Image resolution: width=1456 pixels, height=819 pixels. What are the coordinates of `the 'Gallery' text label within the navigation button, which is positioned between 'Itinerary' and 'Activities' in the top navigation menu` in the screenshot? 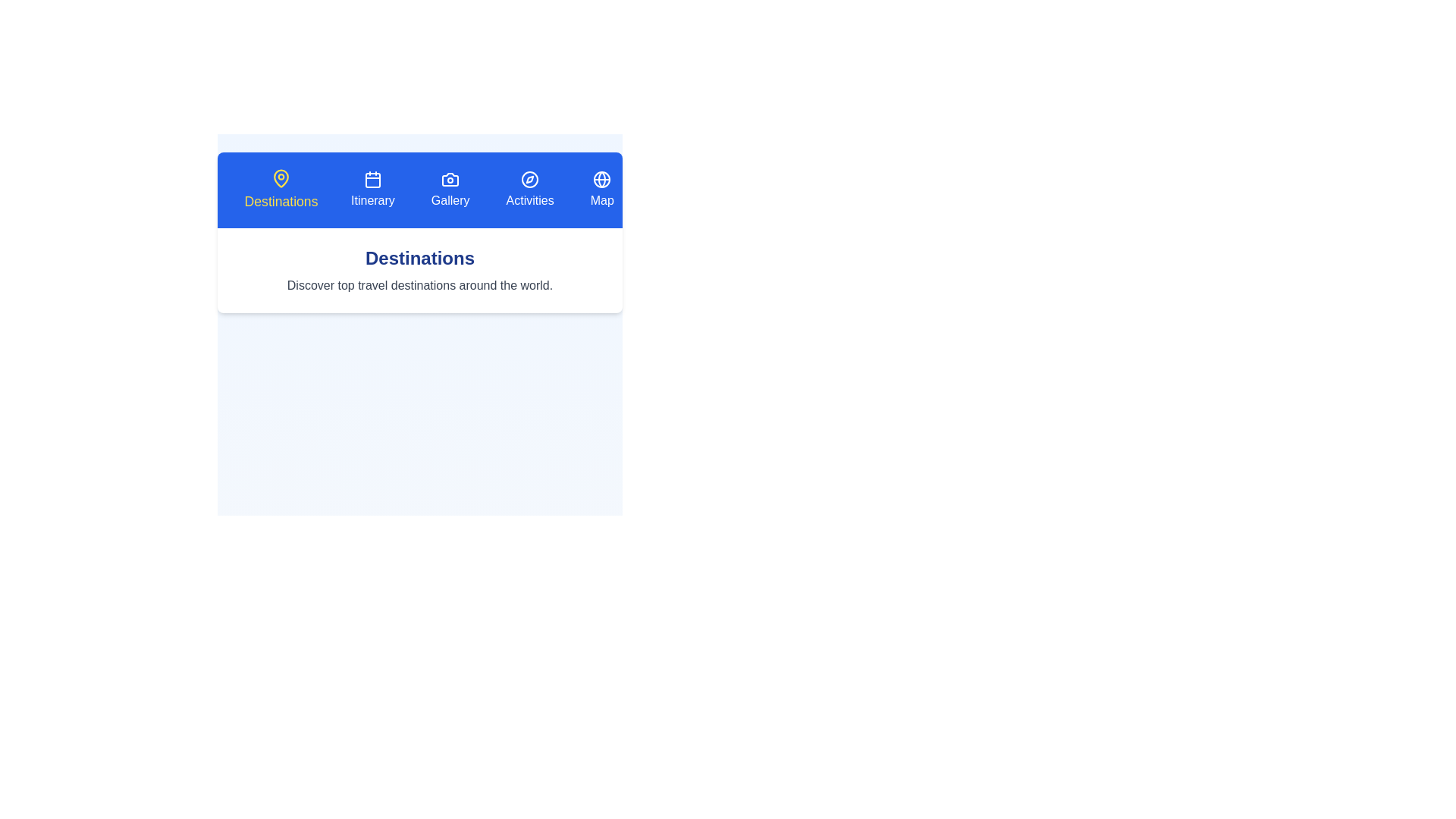 It's located at (450, 200).